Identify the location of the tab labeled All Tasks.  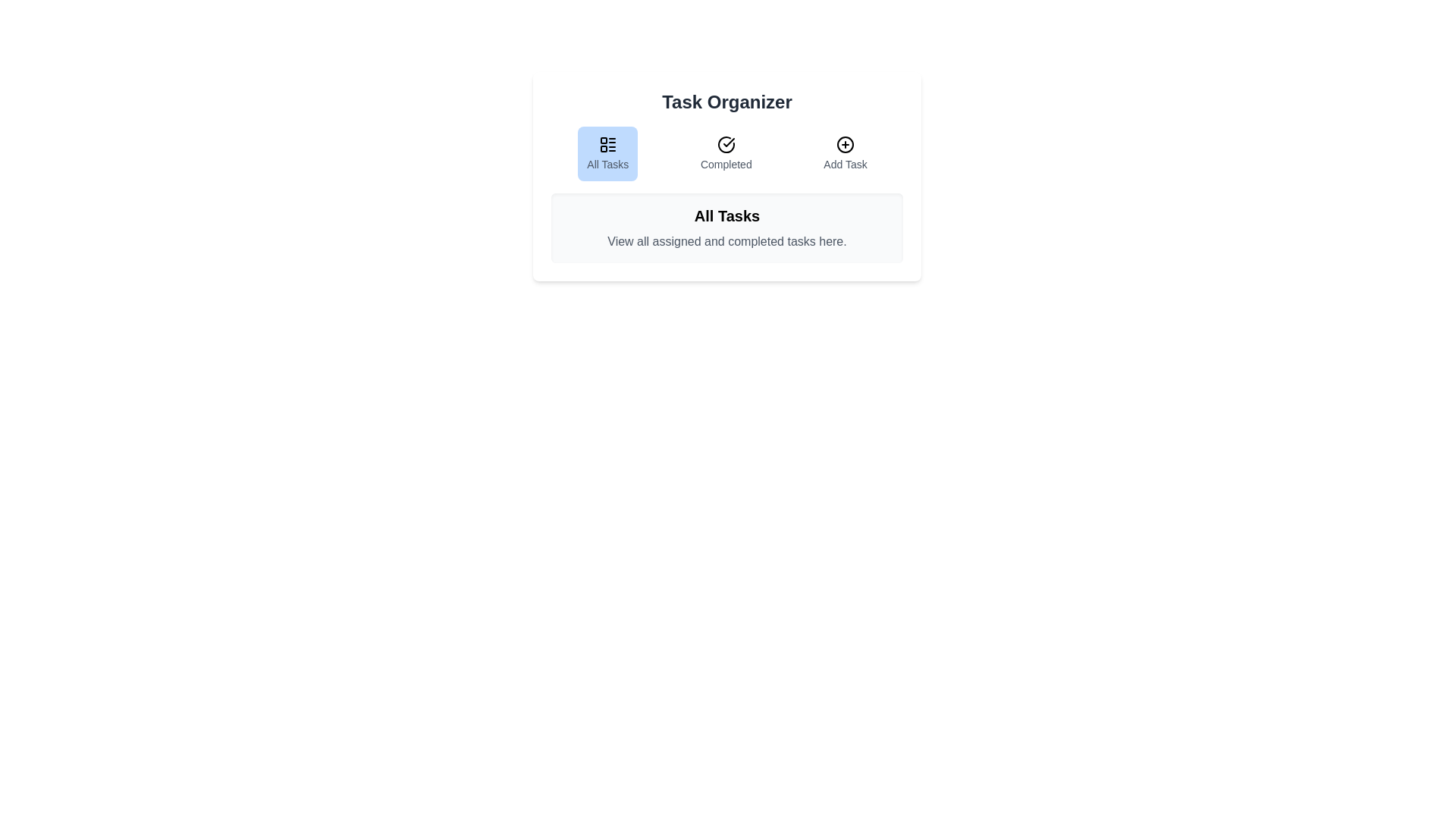
(607, 154).